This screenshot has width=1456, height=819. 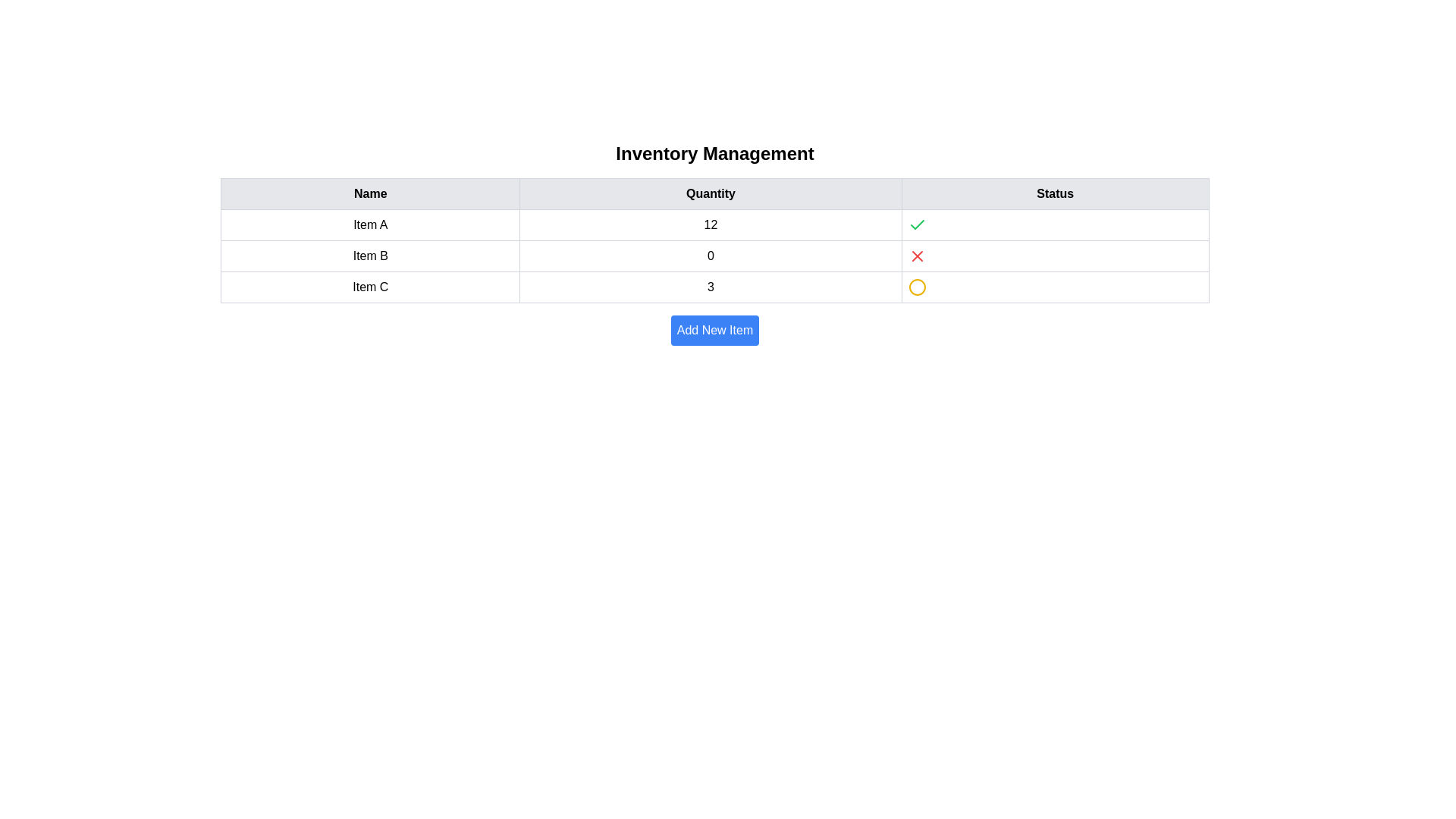 I want to click on the green checkmark icon located in the 'Status' column of the first row in the table, positioned above the icon associated with 'Item A', so click(x=916, y=224).